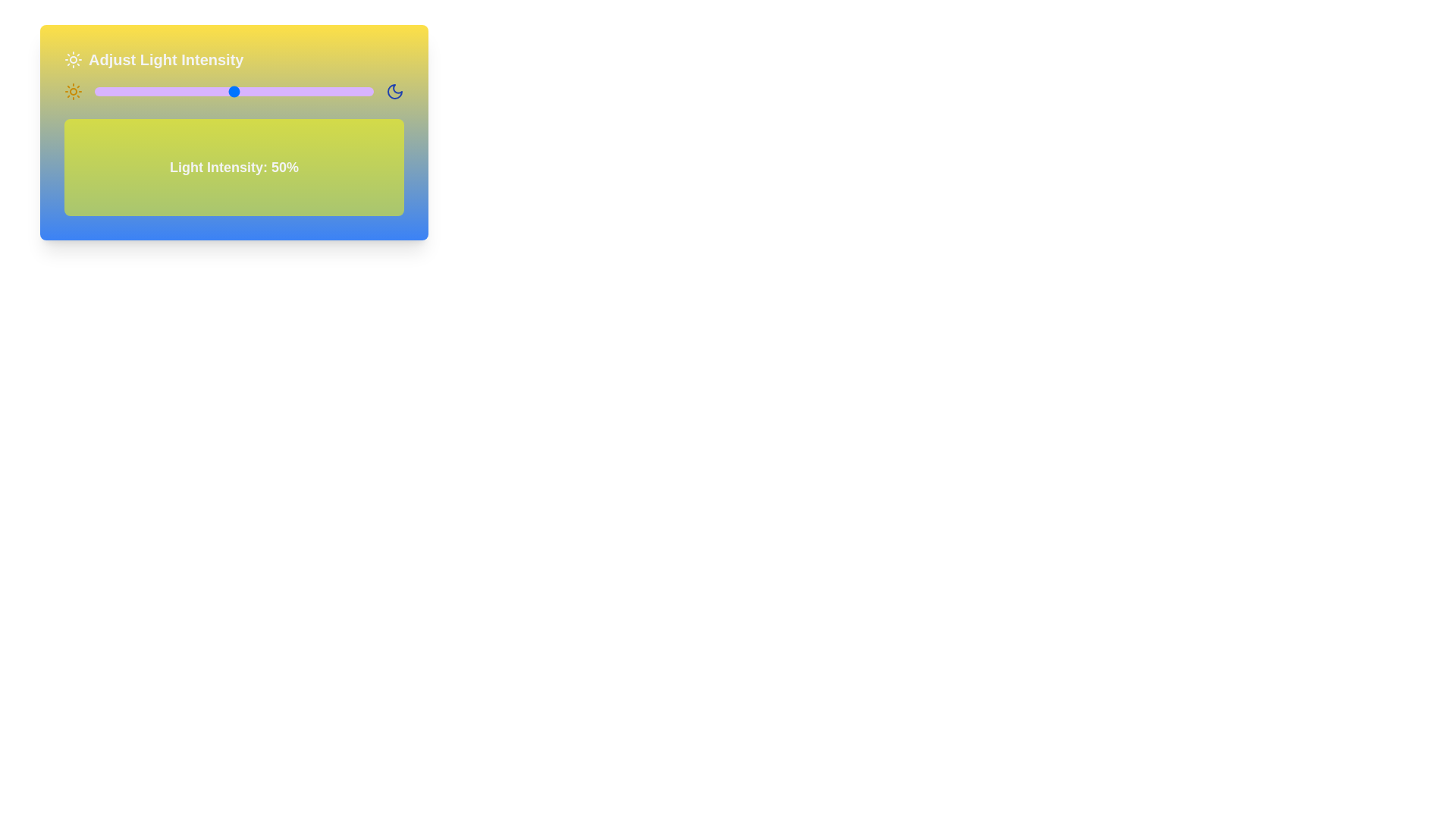 This screenshot has height=819, width=1456. Describe the element at coordinates (233, 91) in the screenshot. I see `the light intensity slider to 50% to observe the corresponding background changes` at that location.